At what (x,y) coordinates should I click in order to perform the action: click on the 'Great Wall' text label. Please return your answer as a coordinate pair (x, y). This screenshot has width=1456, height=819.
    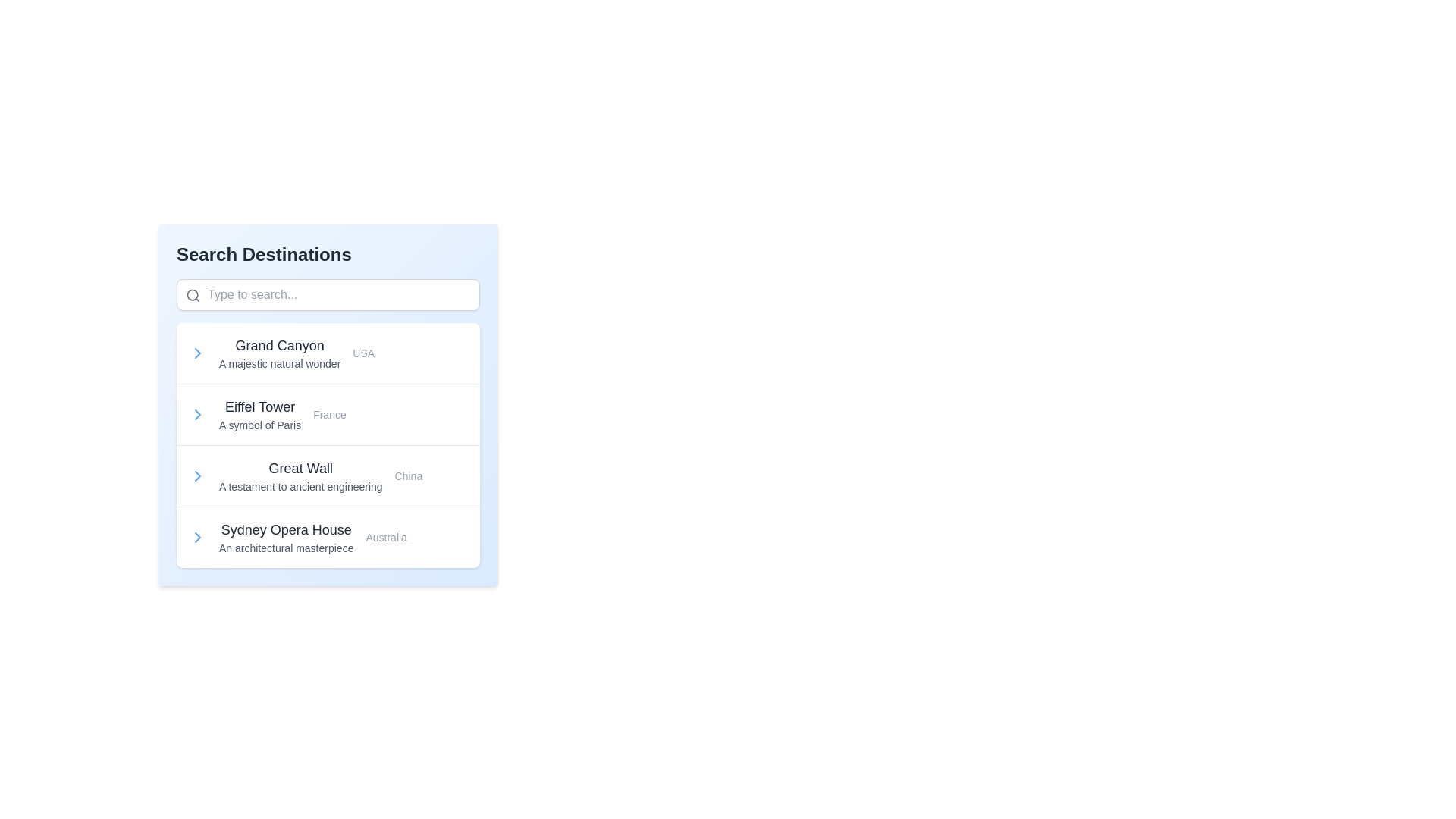
    Looking at the image, I should click on (300, 467).